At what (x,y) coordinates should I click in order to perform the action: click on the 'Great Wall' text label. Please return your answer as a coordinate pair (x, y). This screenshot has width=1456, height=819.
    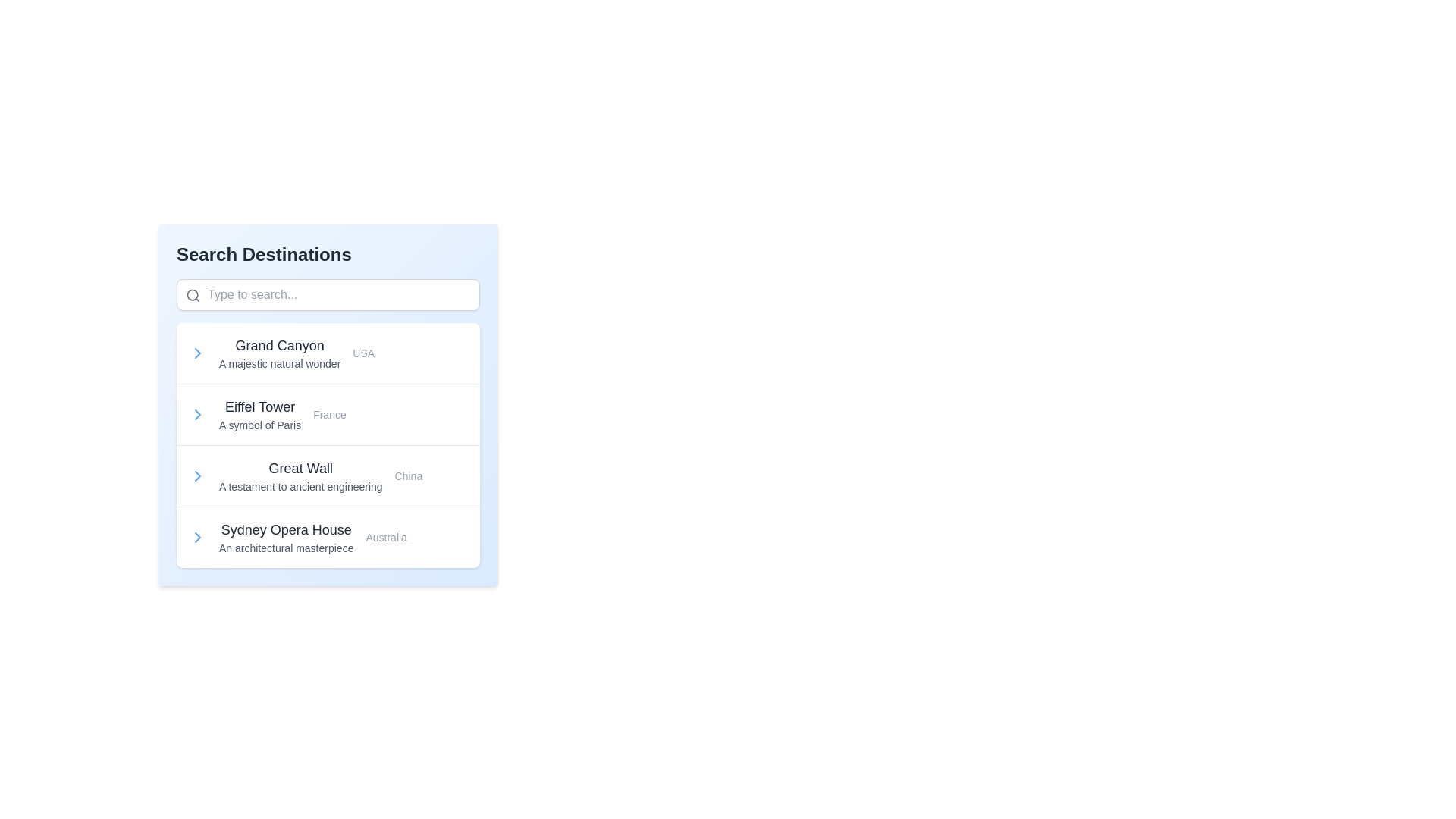
    Looking at the image, I should click on (300, 467).